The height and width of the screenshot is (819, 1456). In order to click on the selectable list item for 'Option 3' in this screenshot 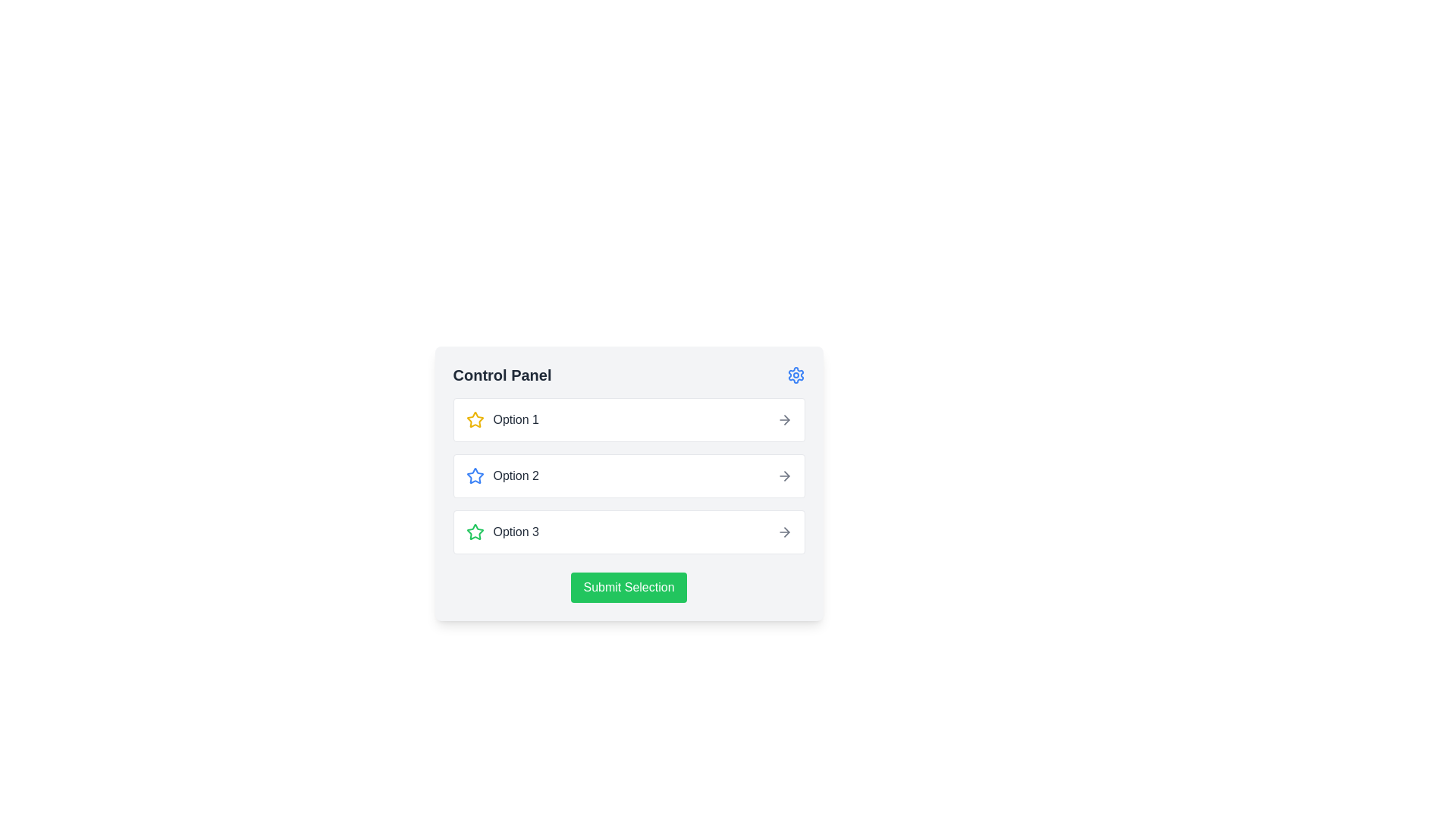, I will do `click(629, 532)`.